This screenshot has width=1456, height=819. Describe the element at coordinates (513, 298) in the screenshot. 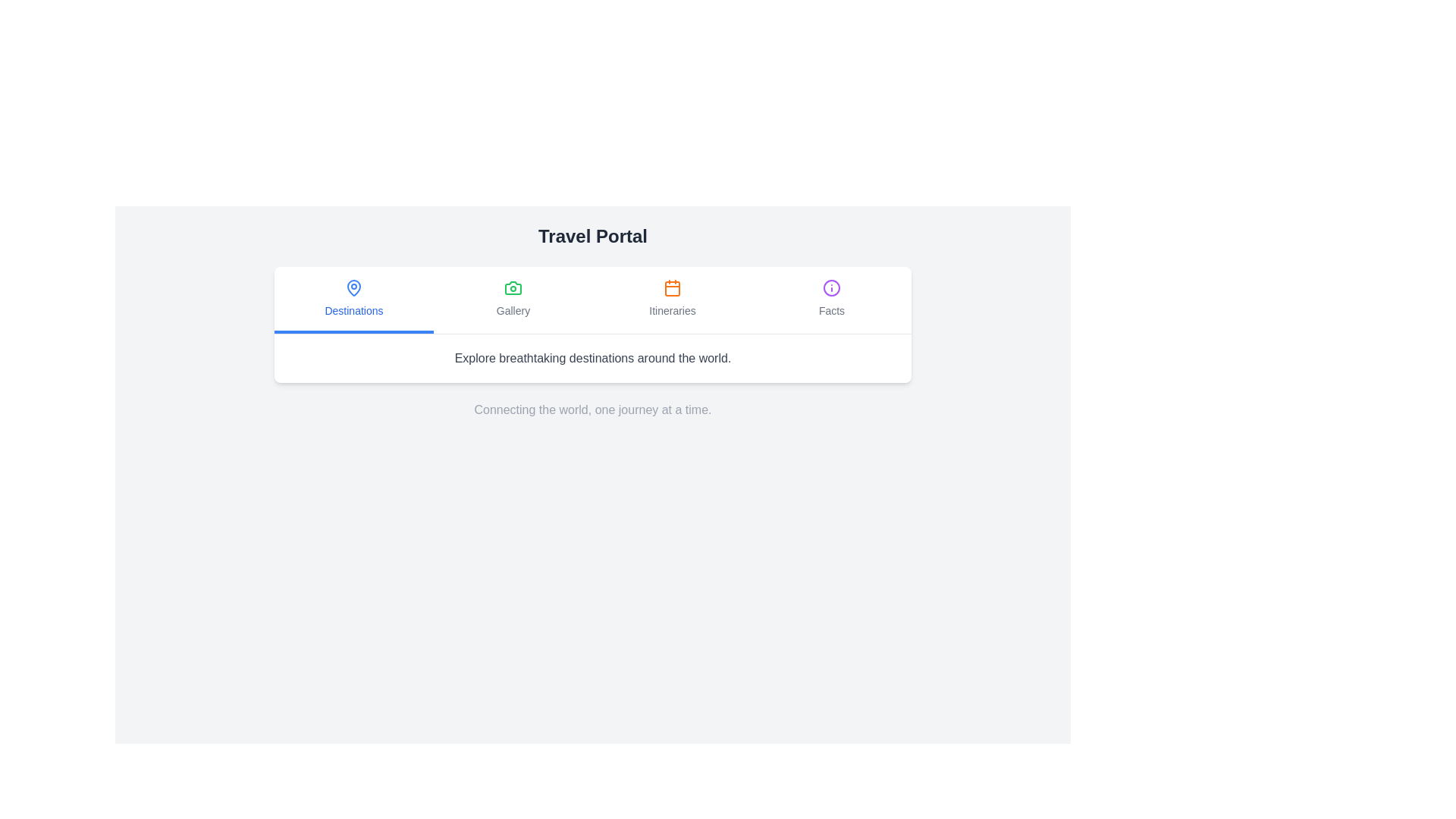

I see `the 'Gallery' navigation item located centrally in the horizontal menu, positioned between 'Destinations' and 'Itineraries'` at that location.